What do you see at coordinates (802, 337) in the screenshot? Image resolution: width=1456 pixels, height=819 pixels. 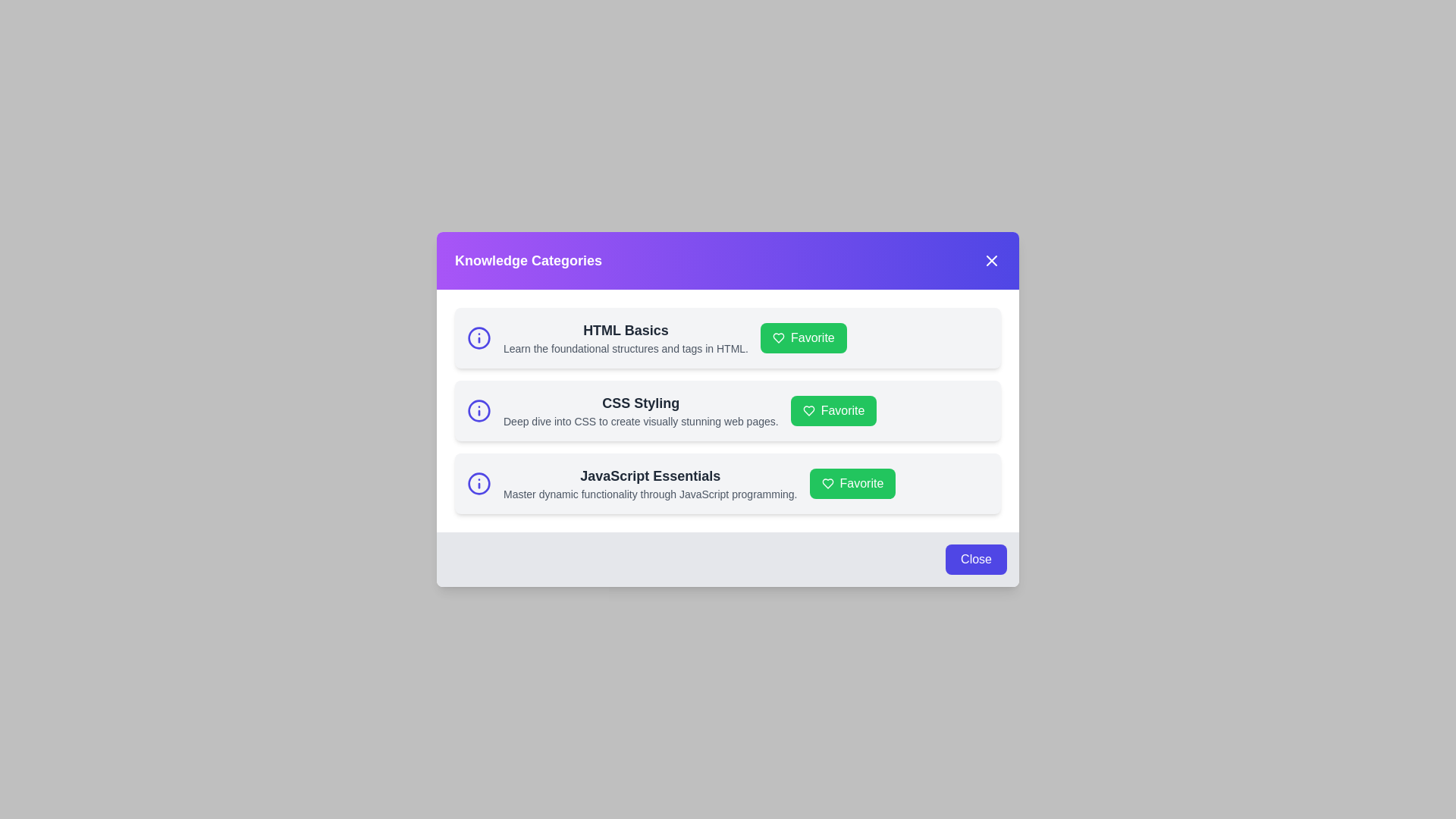 I see `the 'Favorite' button, which has a green background, white text, and a heart icon, located to the right of the 'HTML Basics' text` at bounding box center [802, 337].